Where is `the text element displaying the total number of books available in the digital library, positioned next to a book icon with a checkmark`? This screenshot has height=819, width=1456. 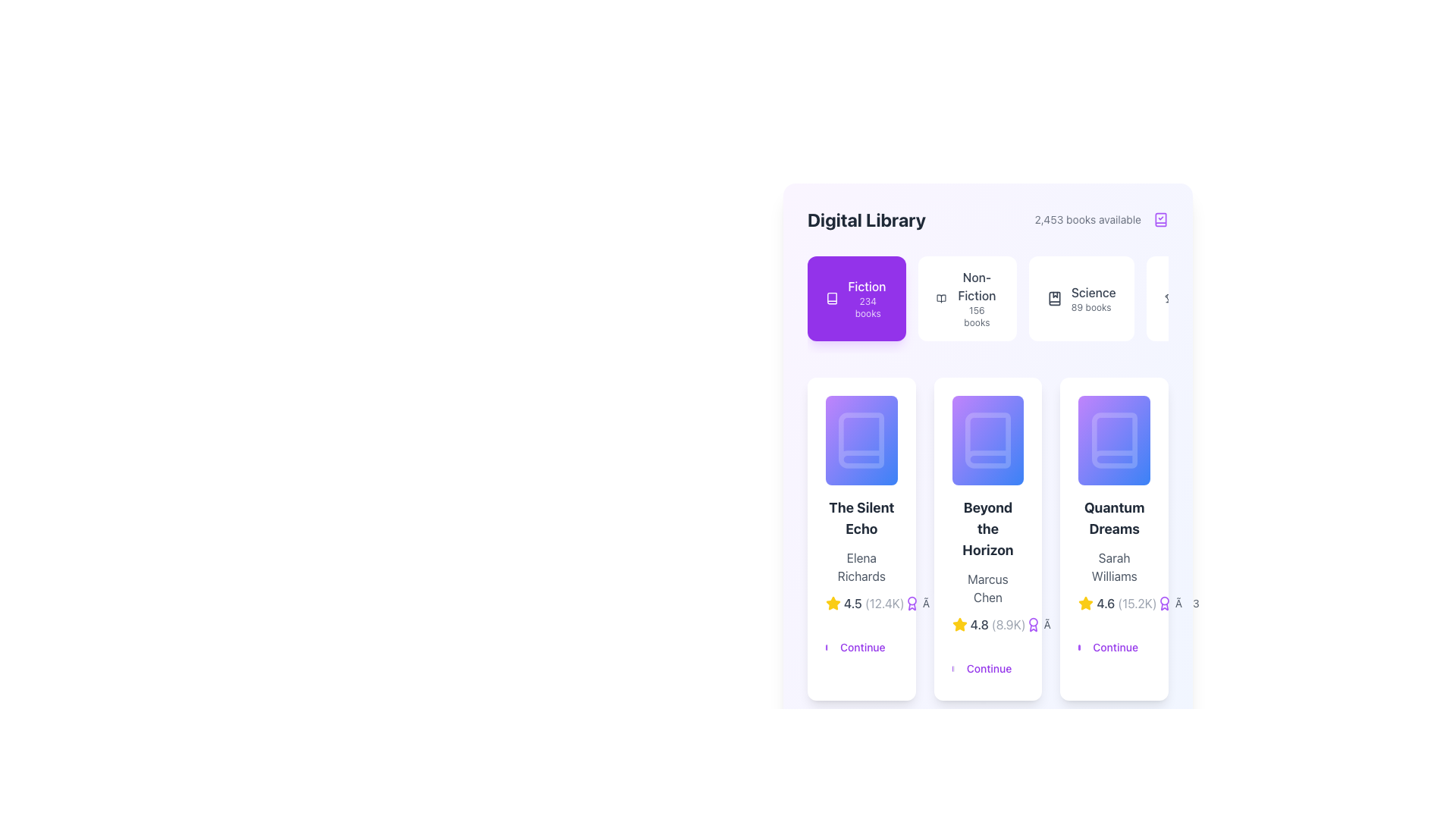
the text element displaying the total number of books available in the digital library, positioned next to a book icon with a checkmark is located at coordinates (1087, 219).